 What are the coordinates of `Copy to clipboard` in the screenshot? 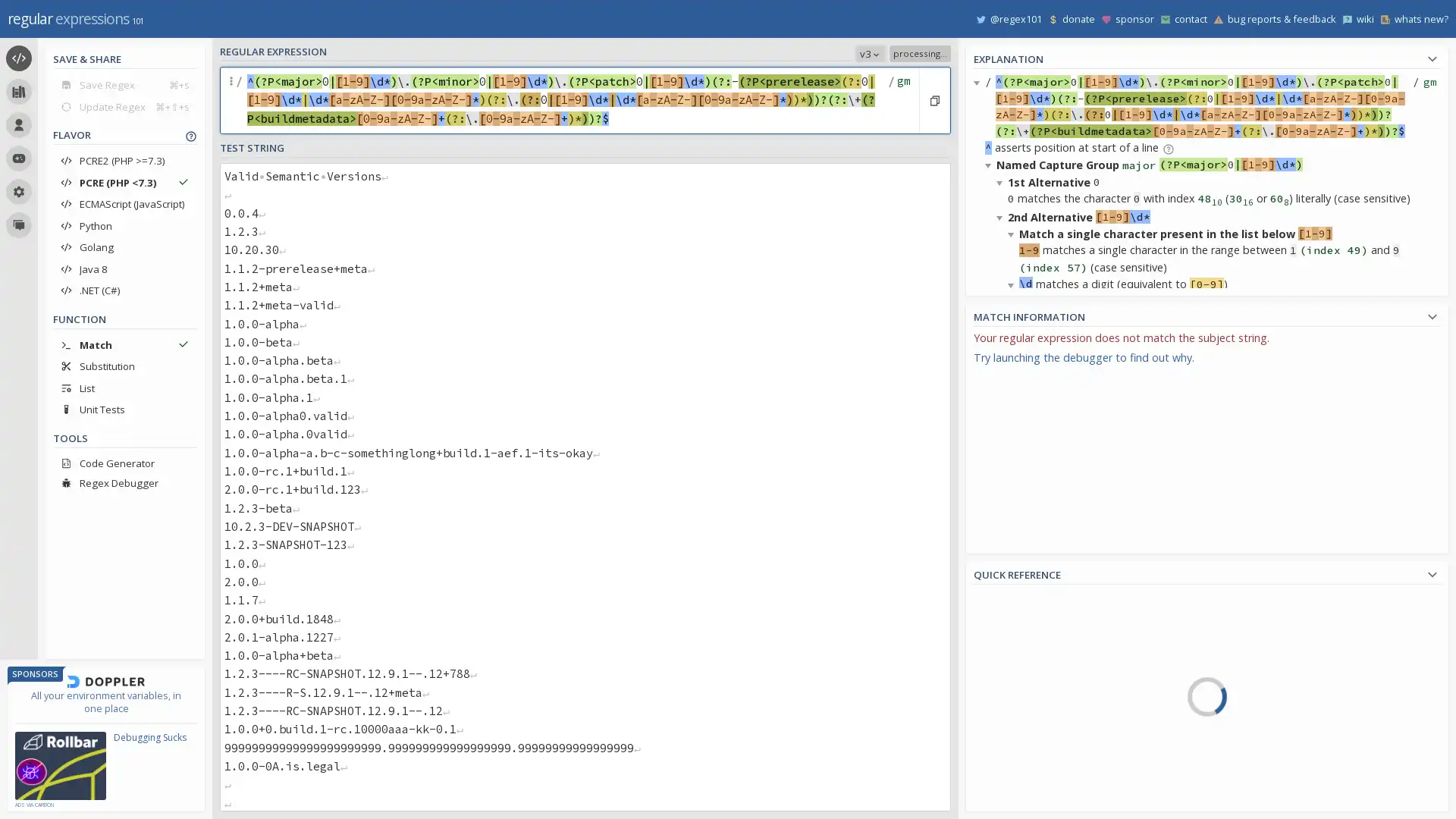 It's located at (934, 100).